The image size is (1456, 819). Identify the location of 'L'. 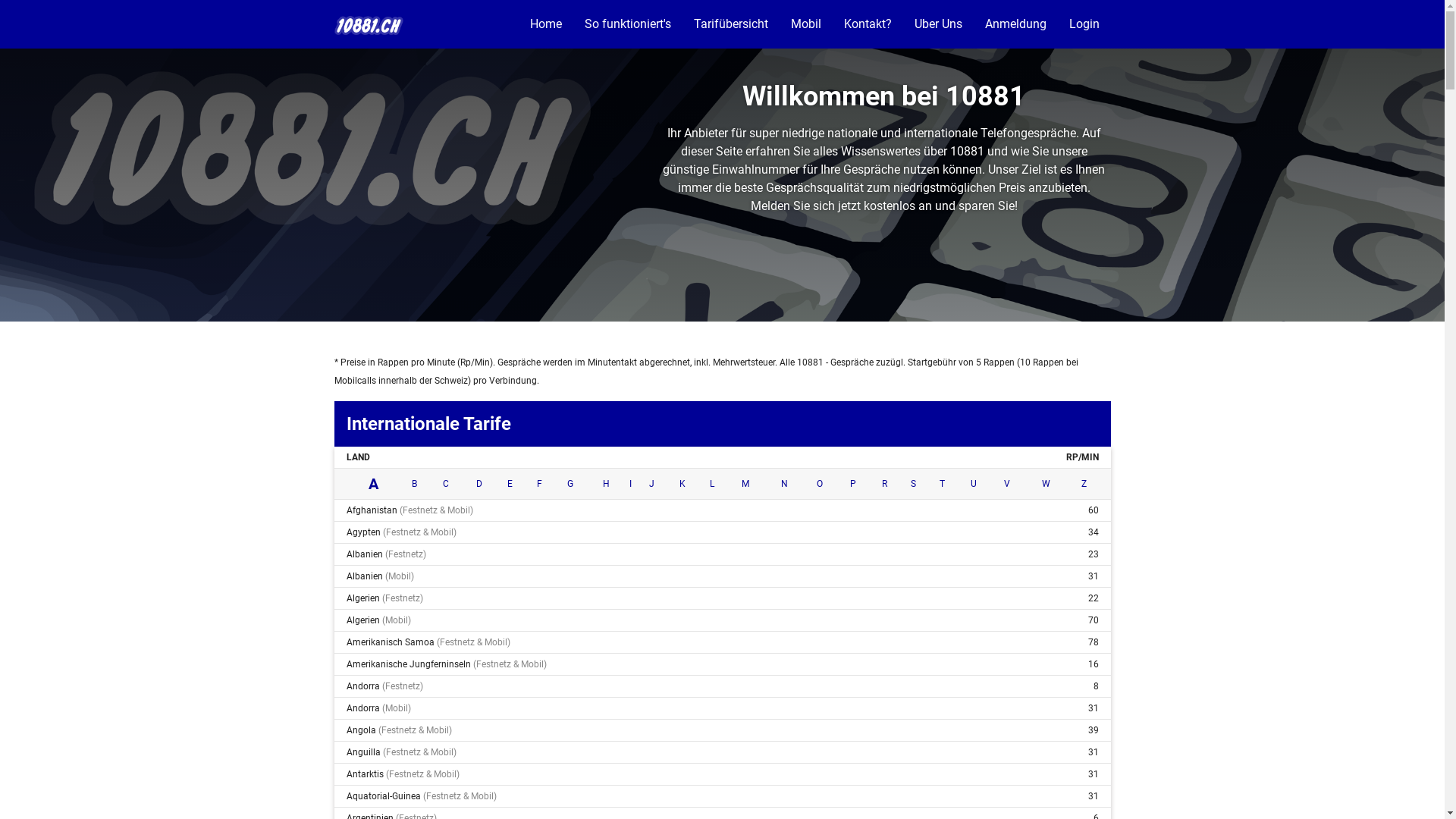
(711, 483).